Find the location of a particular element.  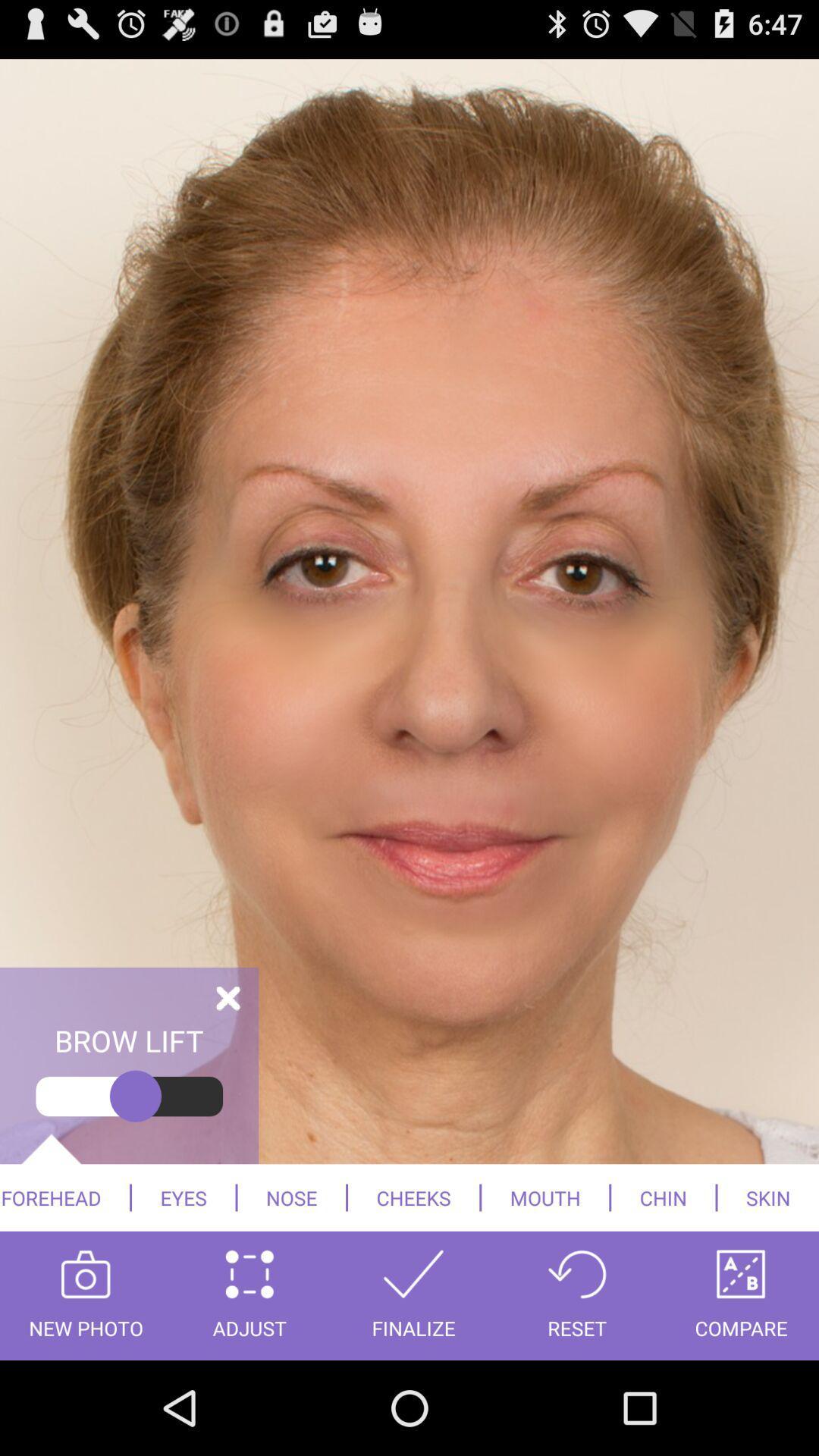

the nose app is located at coordinates (291, 1197).